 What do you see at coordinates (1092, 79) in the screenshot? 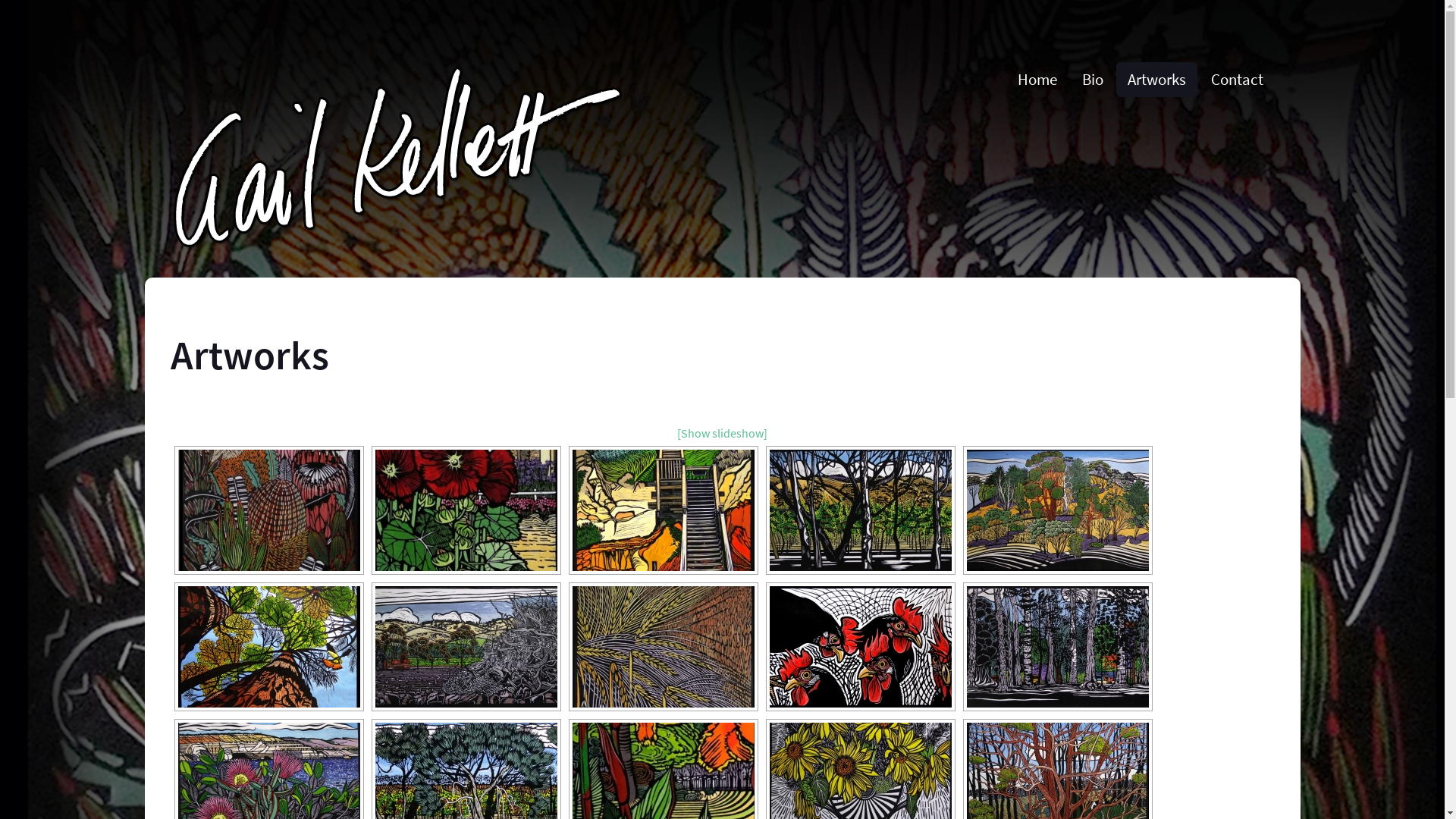
I see `'Bio'` at bounding box center [1092, 79].